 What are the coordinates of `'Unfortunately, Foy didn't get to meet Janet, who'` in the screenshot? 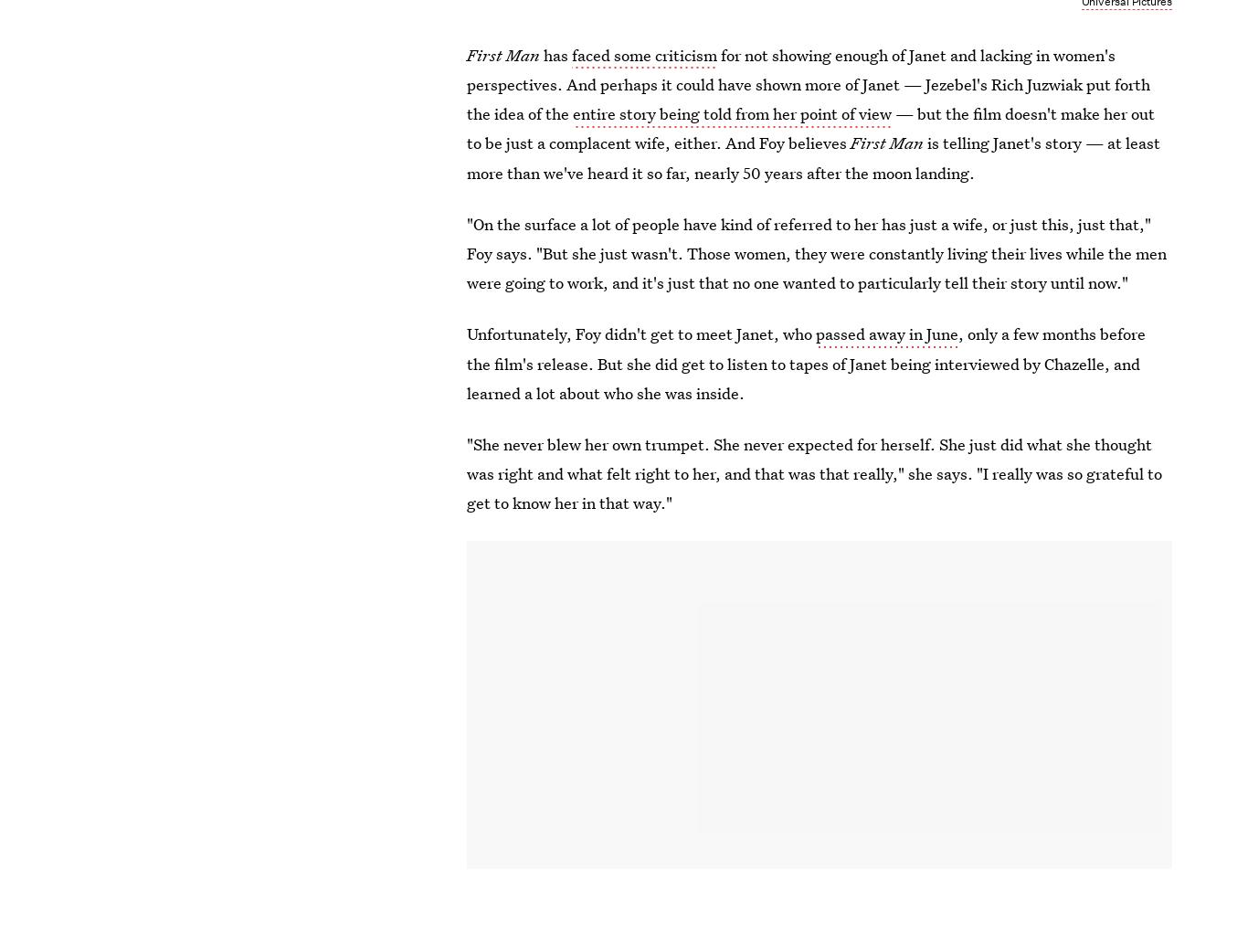 It's located at (640, 333).